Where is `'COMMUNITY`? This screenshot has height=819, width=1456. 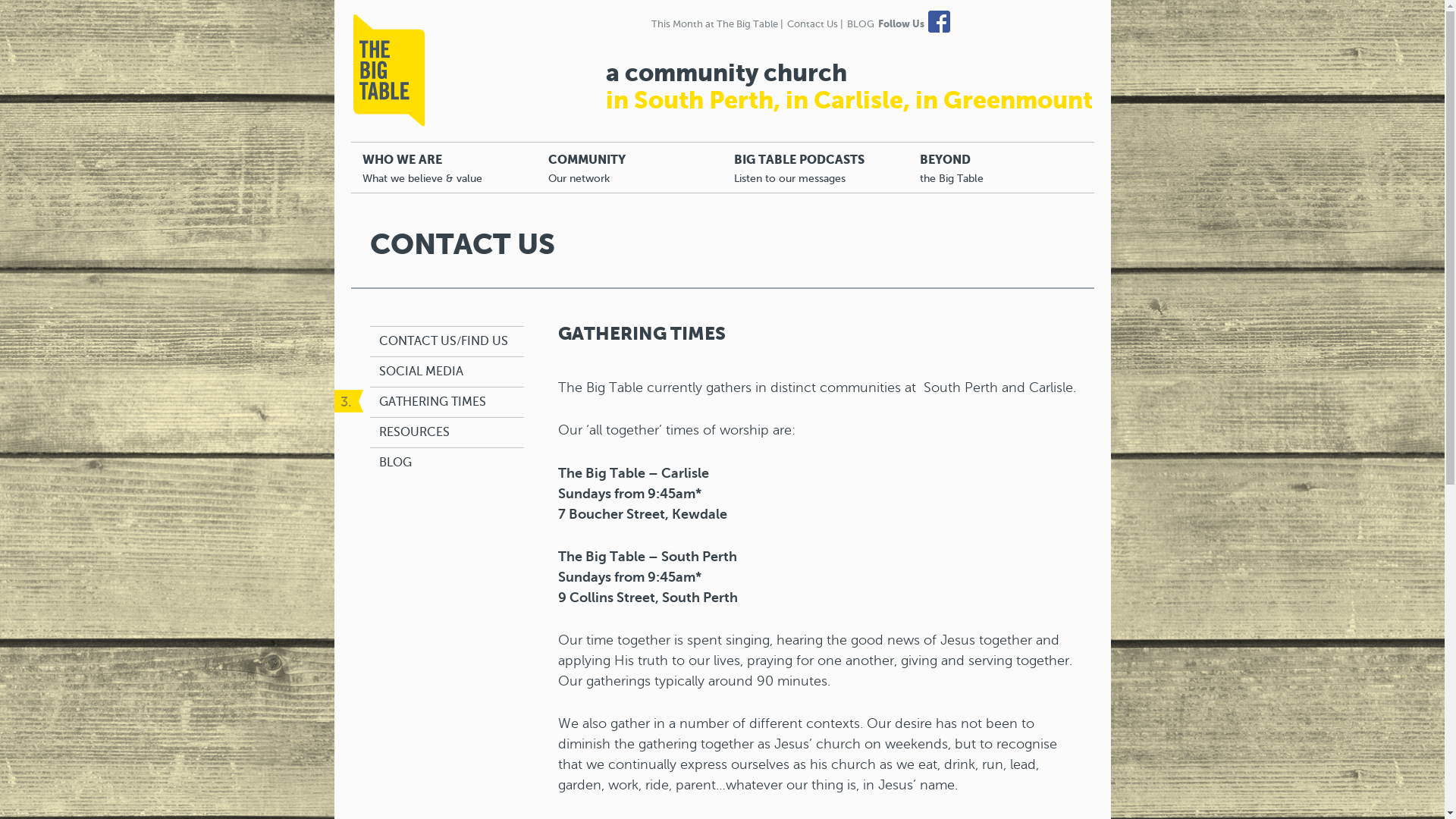 'COMMUNITY is located at coordinates (629, 167).